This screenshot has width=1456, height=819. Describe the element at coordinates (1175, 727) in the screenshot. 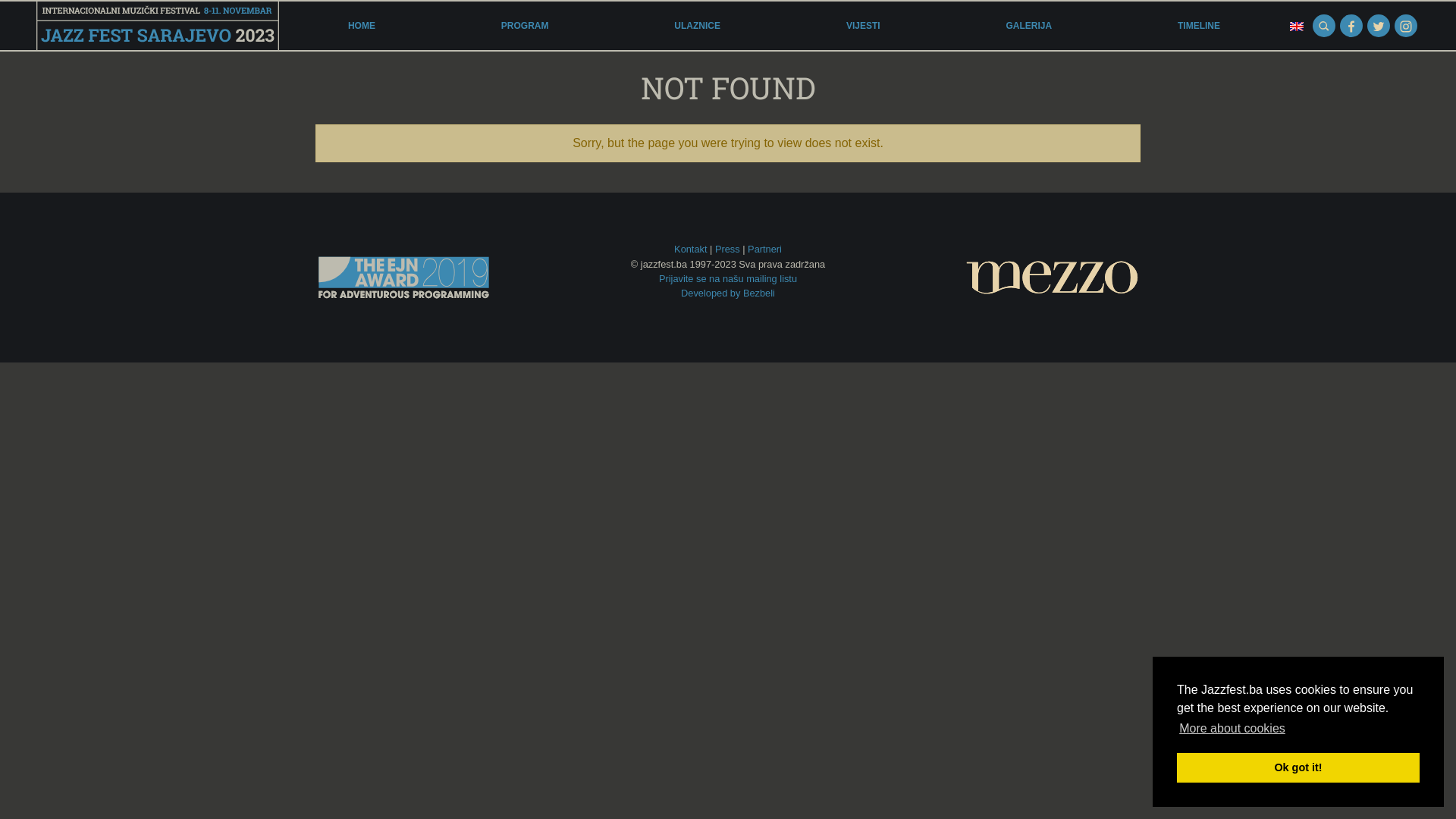

I see `'More about cookies'` at that location.